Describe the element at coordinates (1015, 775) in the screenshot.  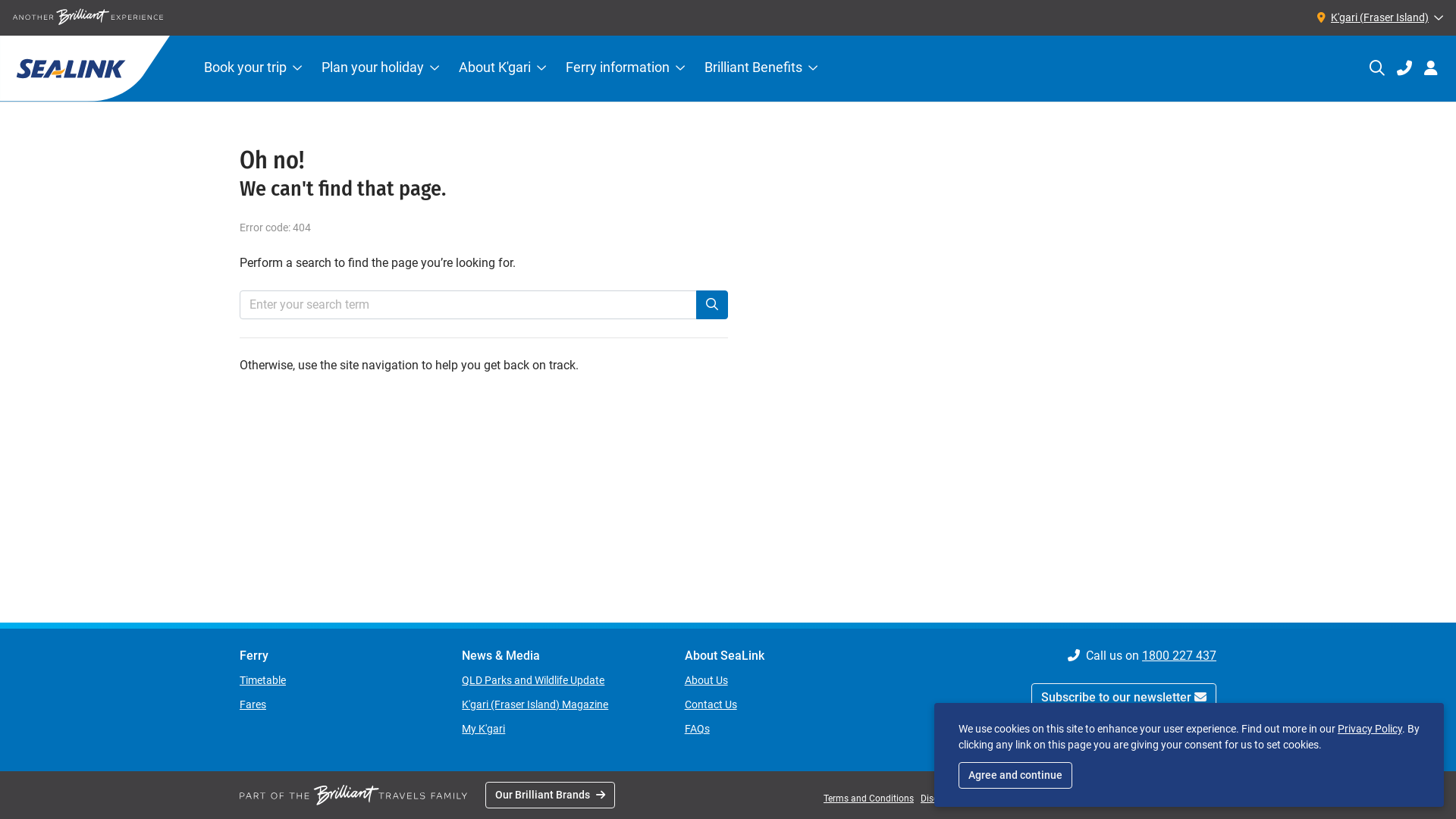
I see `'Agree and continue'` at that location.